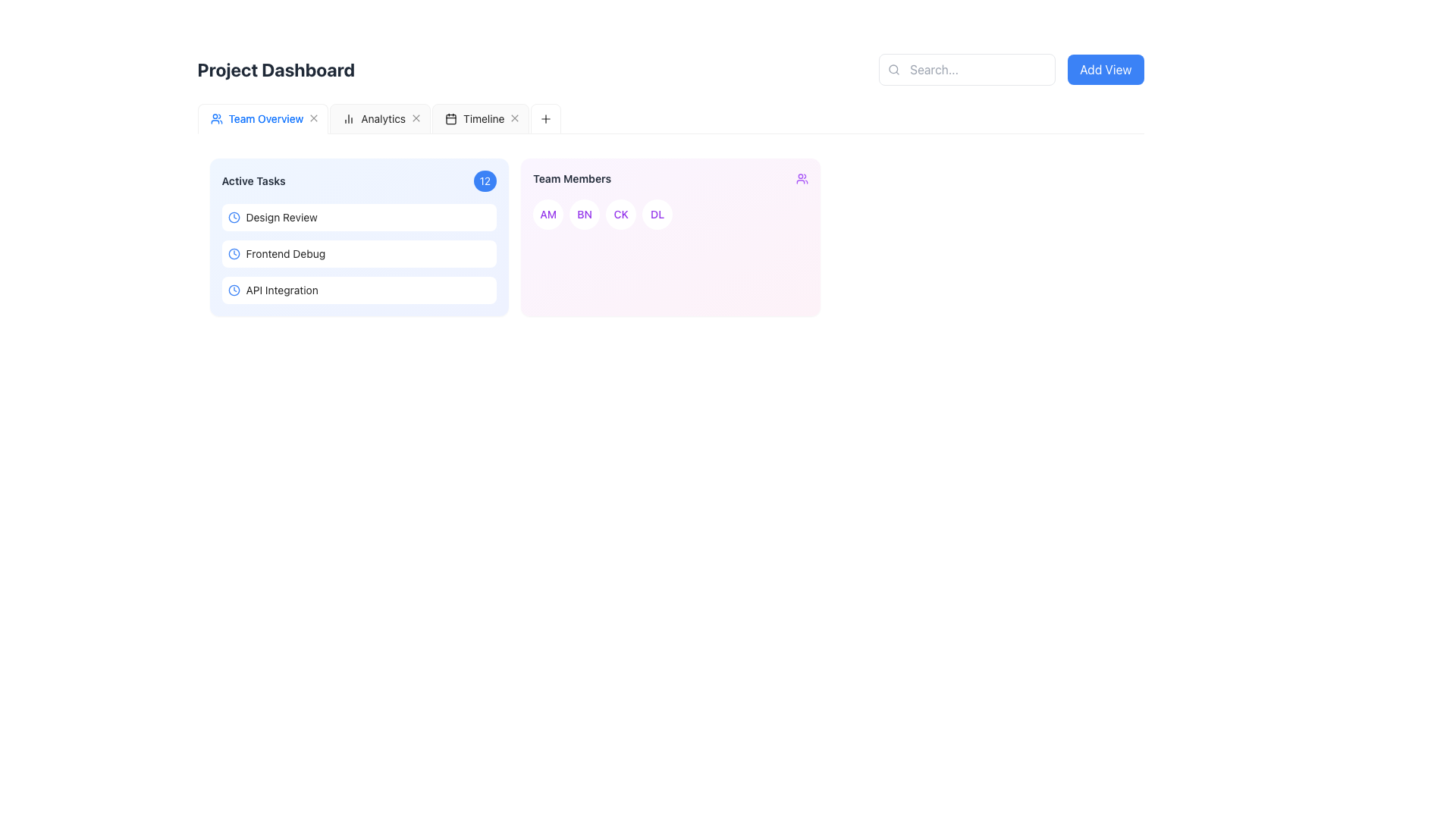 This screenshot has height=819, width=1456. I want to click on the SVG clock icon located to the left of the 'Frontend Debug' text in the second item of the 'Active Tasks' section, positioned between 'Design Review' and 'API Integration', so click(233, 253).